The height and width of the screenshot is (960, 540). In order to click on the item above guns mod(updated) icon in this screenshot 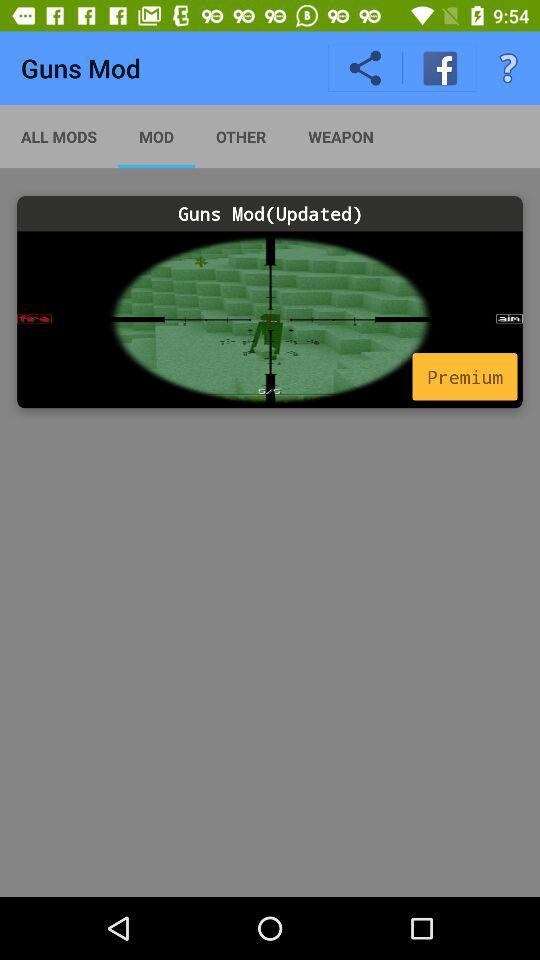, I will do `click(59, 135)`.